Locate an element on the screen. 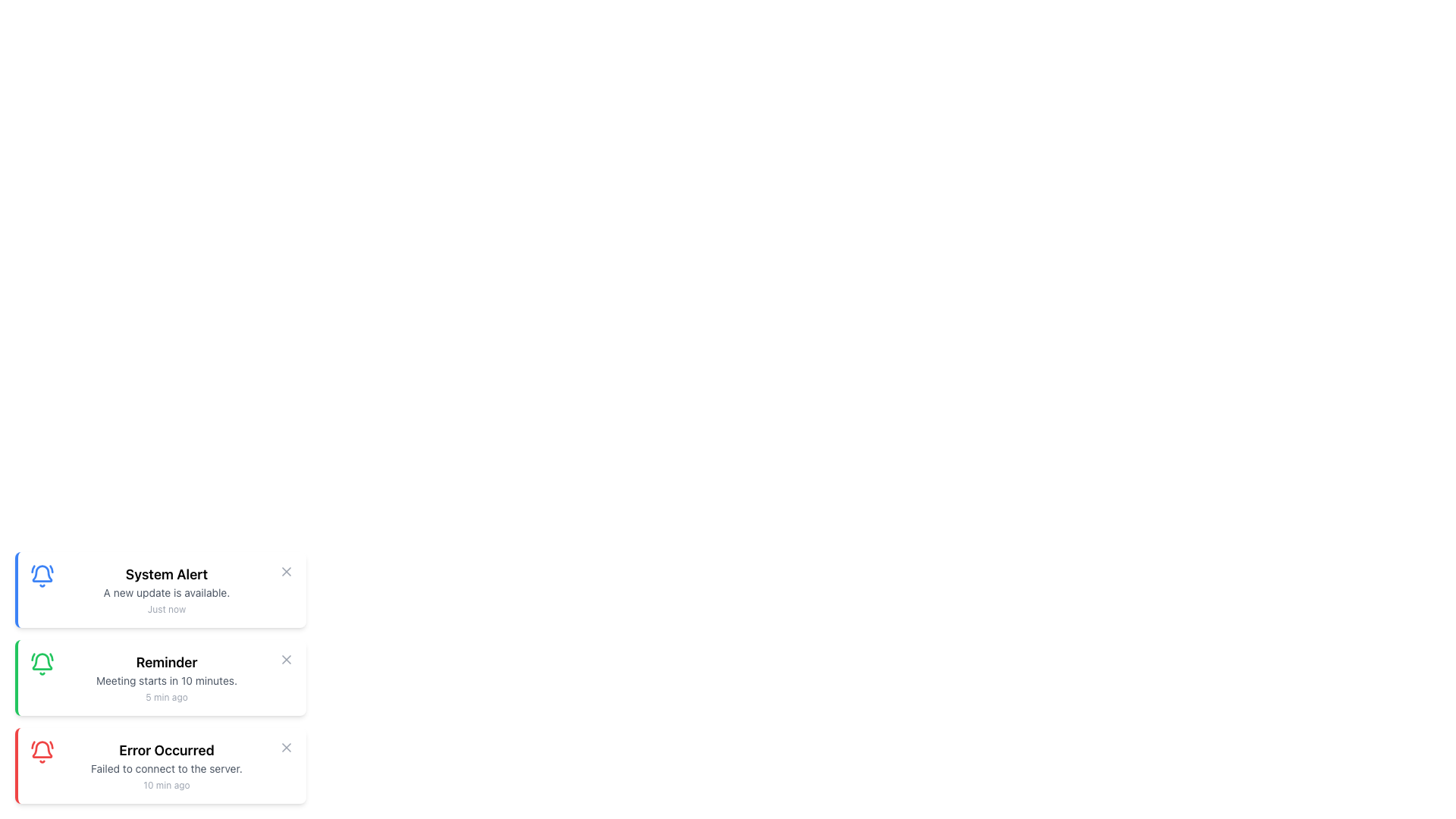  the dismiss button shaped like an 'X' located in the top-right corner of the 'Reminder' card is located at coordinates (287, 659).